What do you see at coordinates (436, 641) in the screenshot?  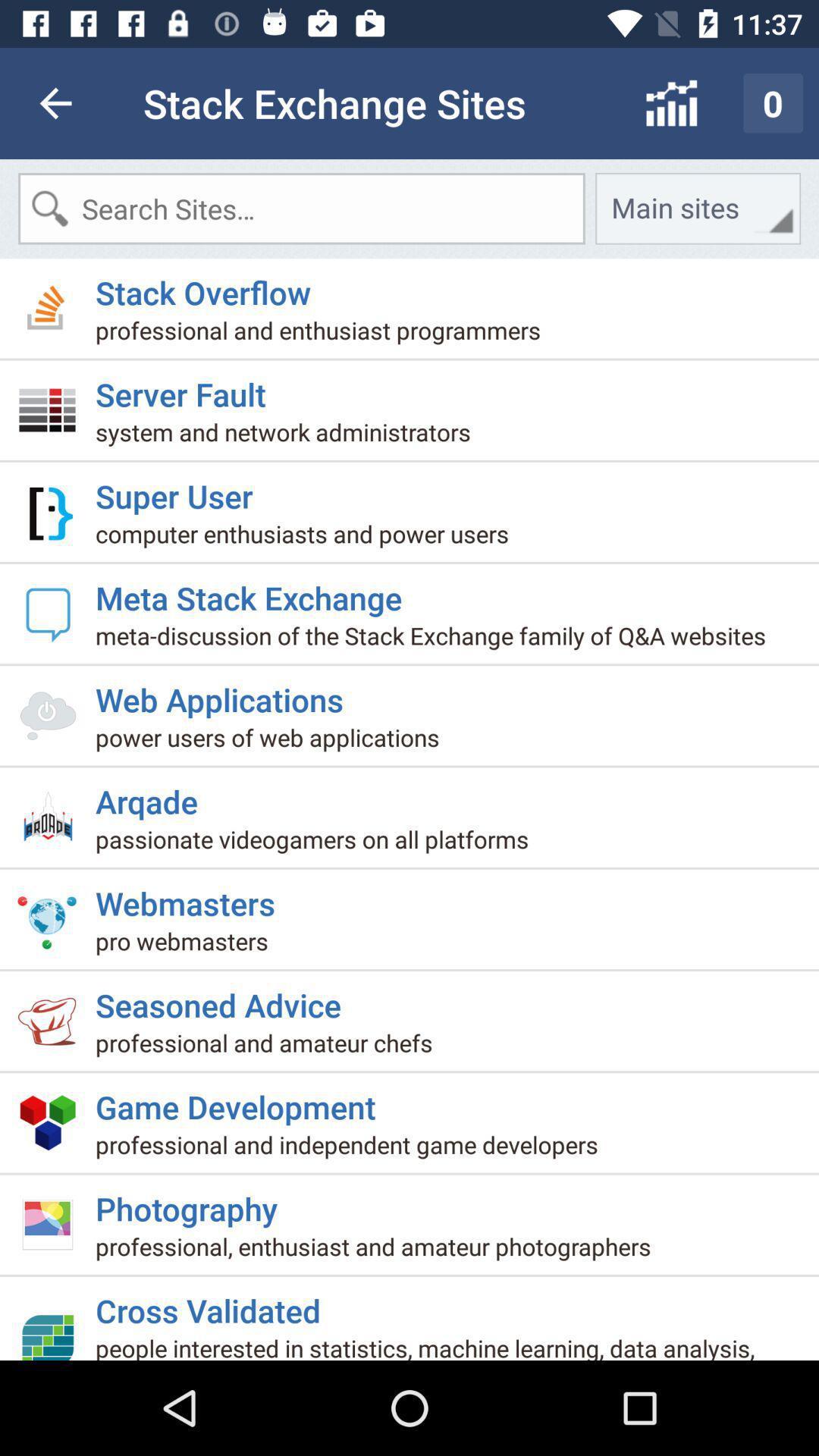 I see `the item below the meta stack exchange item` at bounding box center [436, 641].